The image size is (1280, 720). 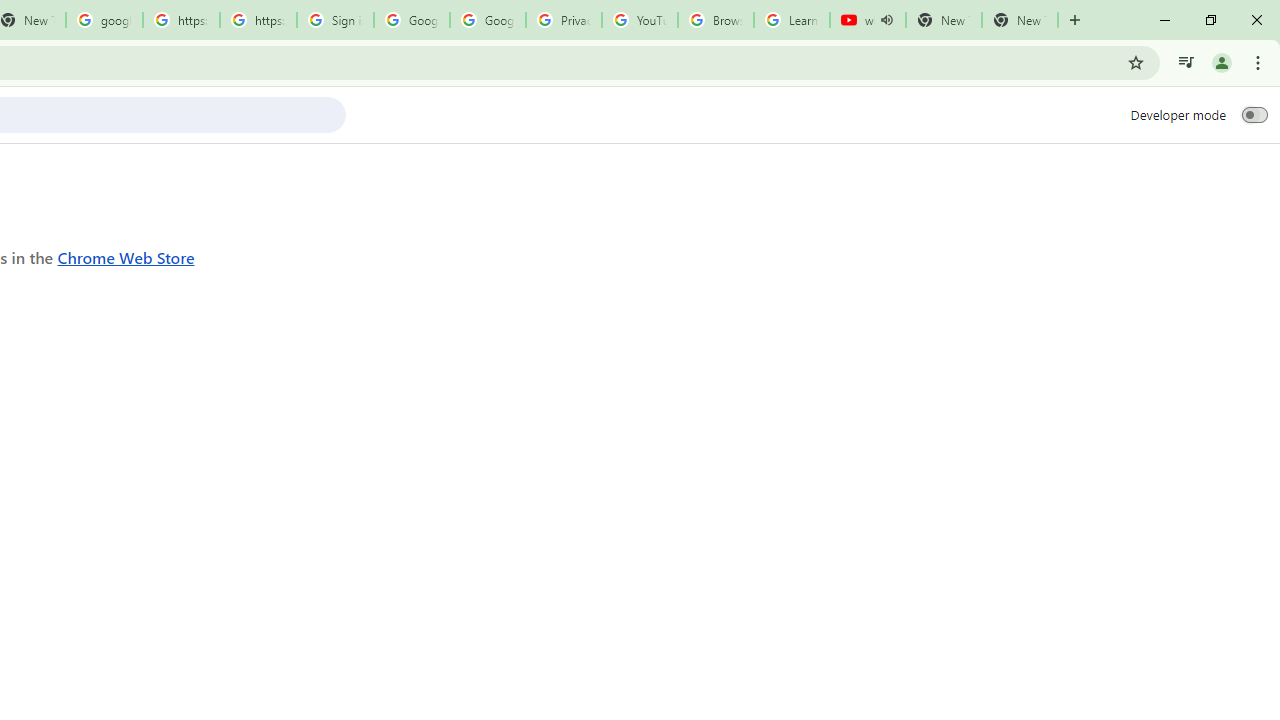 I want to click on 'New Tab', so click(x=1020, y=20).